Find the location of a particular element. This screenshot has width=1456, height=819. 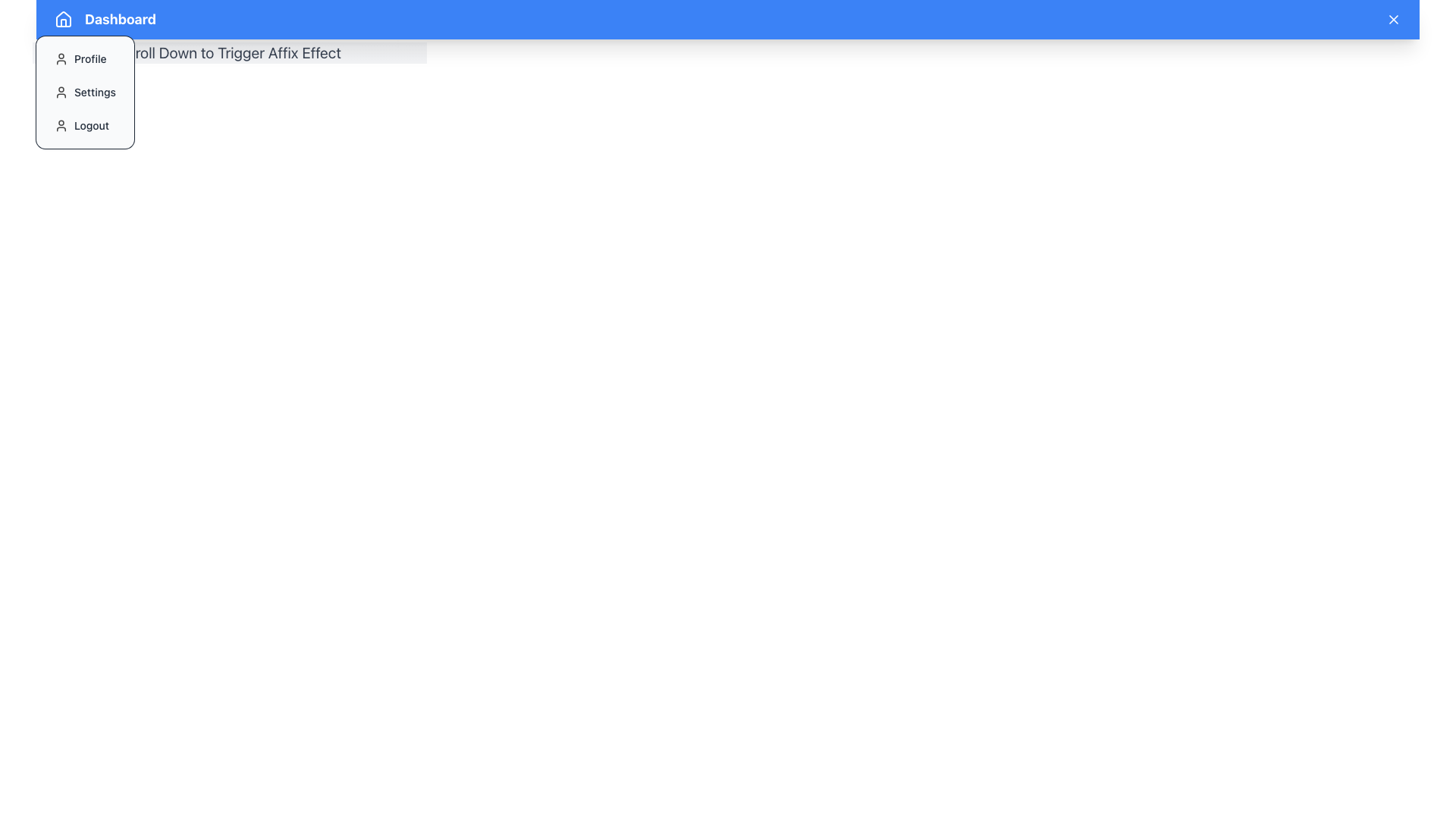

the interactive list item labeled 'Logout', which is the third item in the dropdown menu located in the top-left region of the interface is located at coordinates (84, 124).